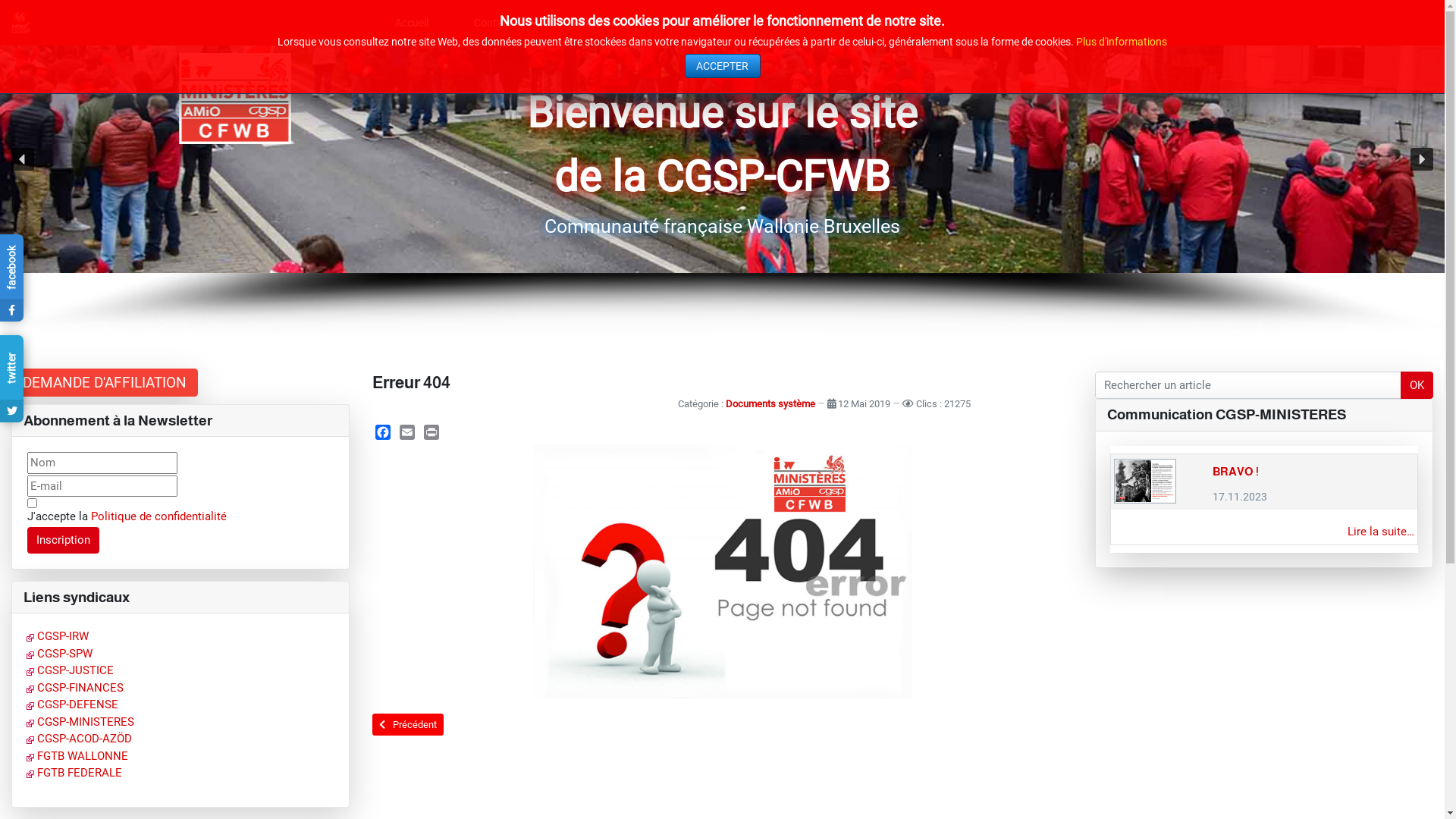  Describe the element at coordinates (26, 636) in the screenshot. I see `' CGSP-IRW'` at that location.